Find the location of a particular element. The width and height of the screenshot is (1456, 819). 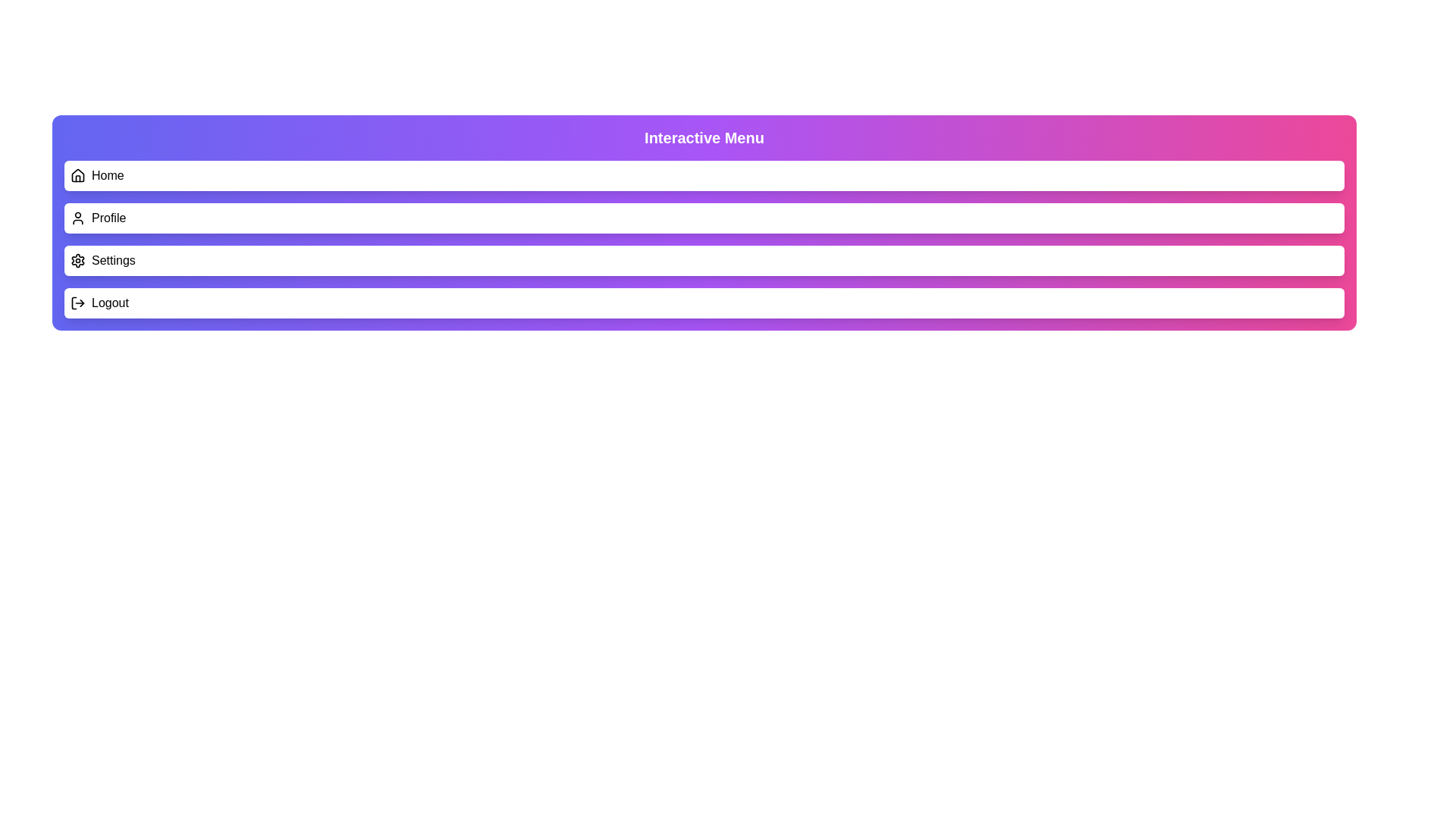

the menu item labeled Settings to observe style changes is located at coordinates (704, 259).